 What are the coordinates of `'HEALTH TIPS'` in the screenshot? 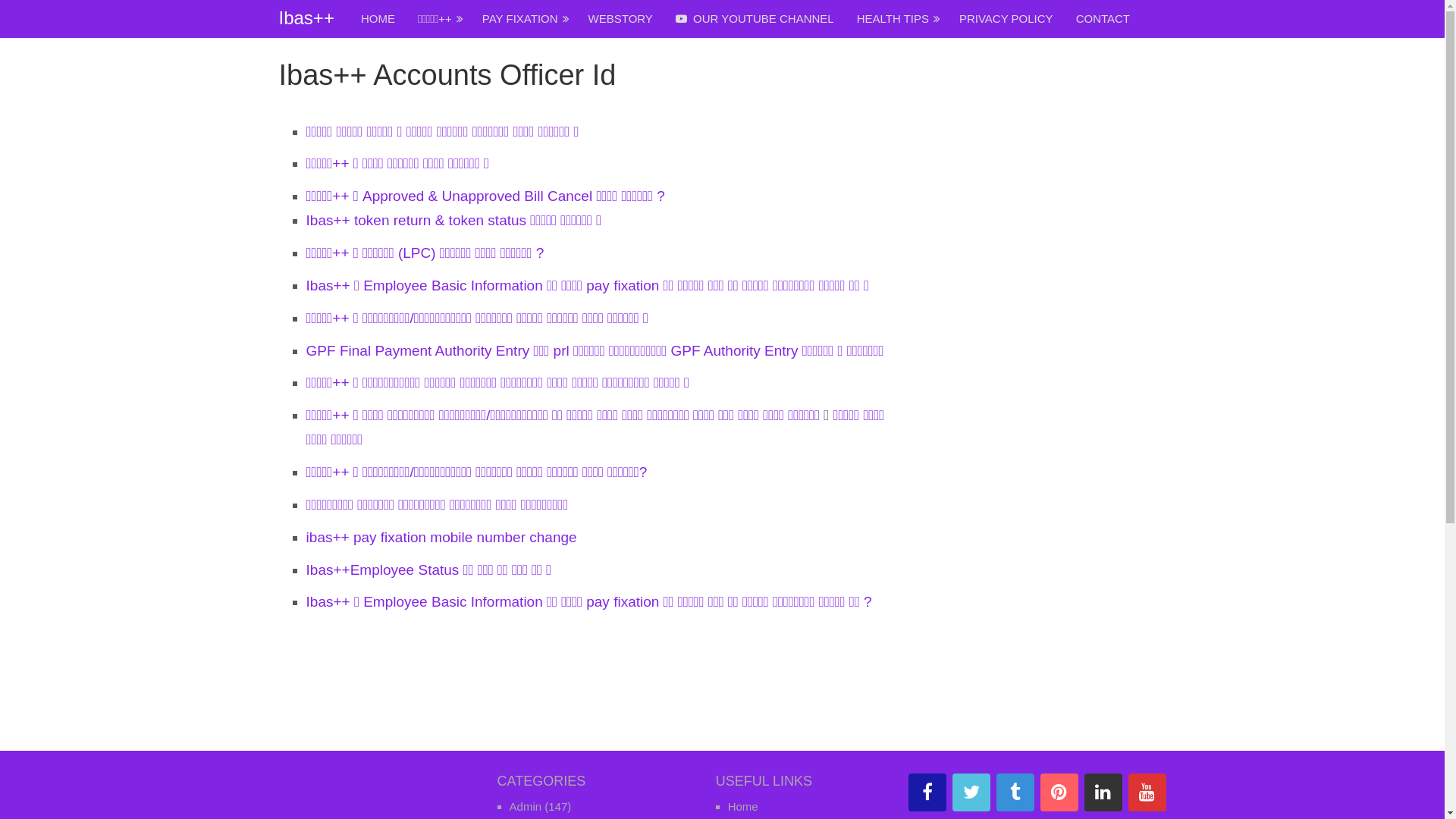 It's located at (844, 18).